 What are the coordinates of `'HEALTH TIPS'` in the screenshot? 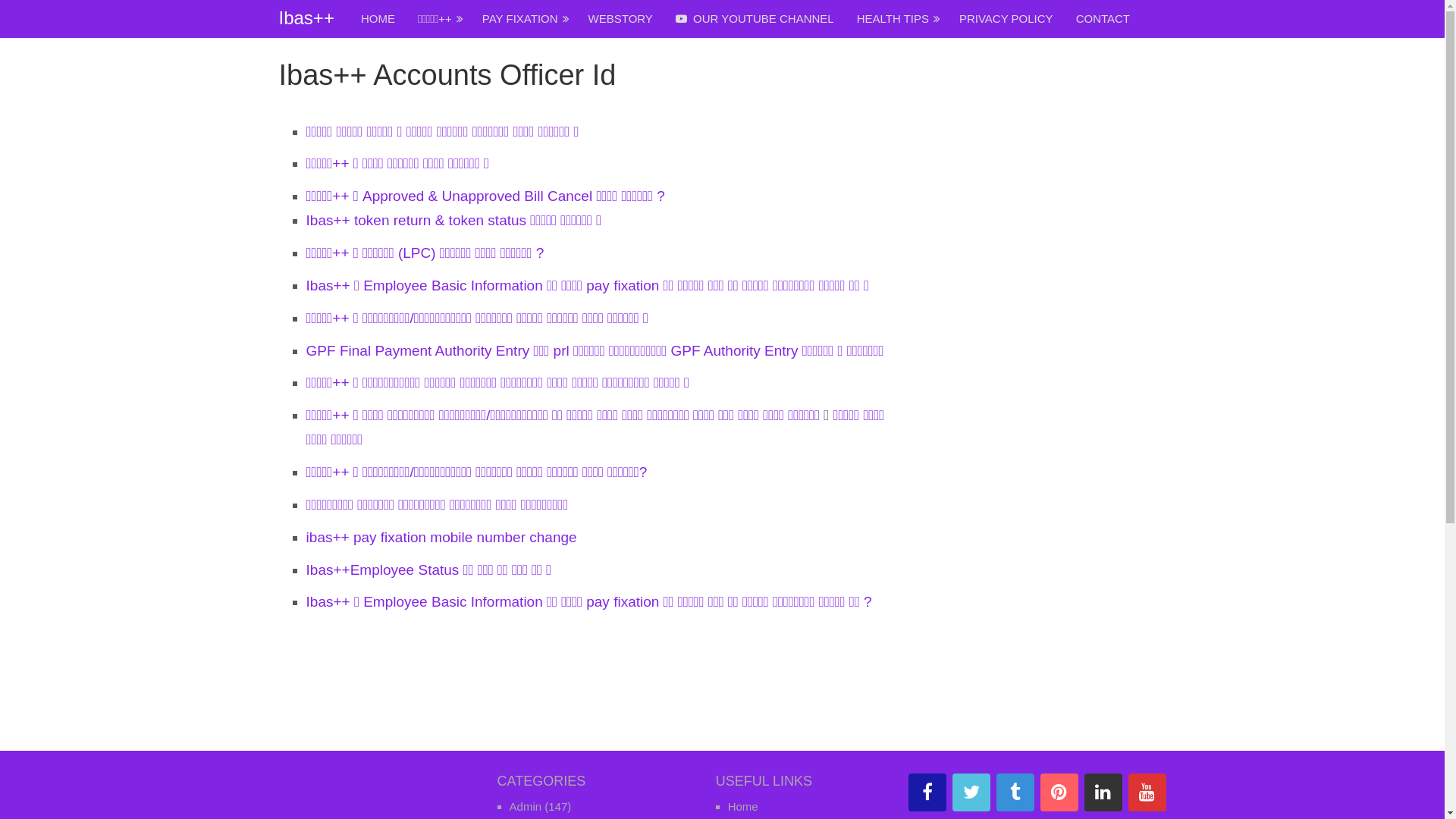 It's located at (844, 18).